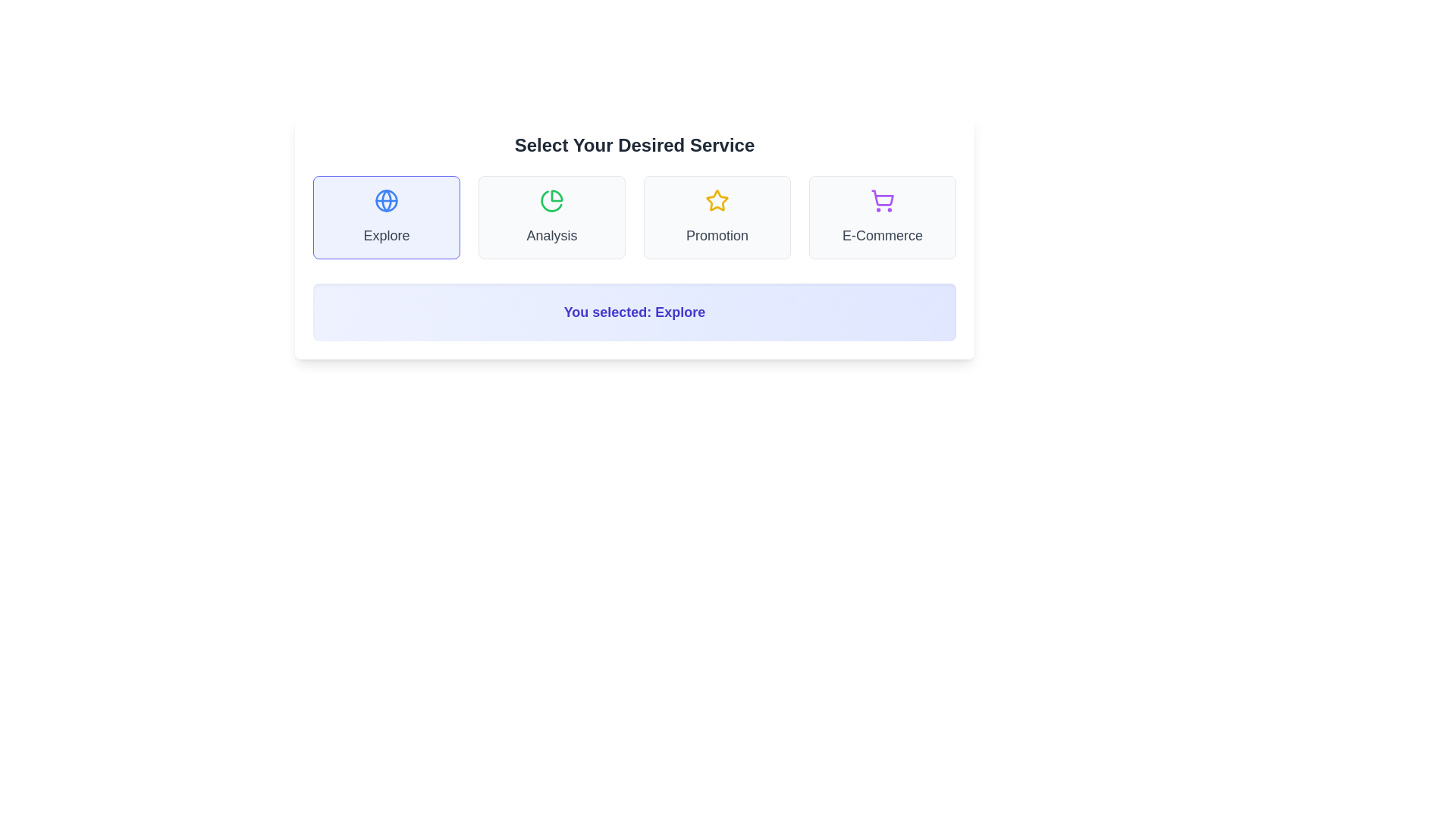  Describe the element at coordinates (386, 217) in the screenshot. I see `the first button in the horizontal grid layout to trigger a visual effect` at that location.